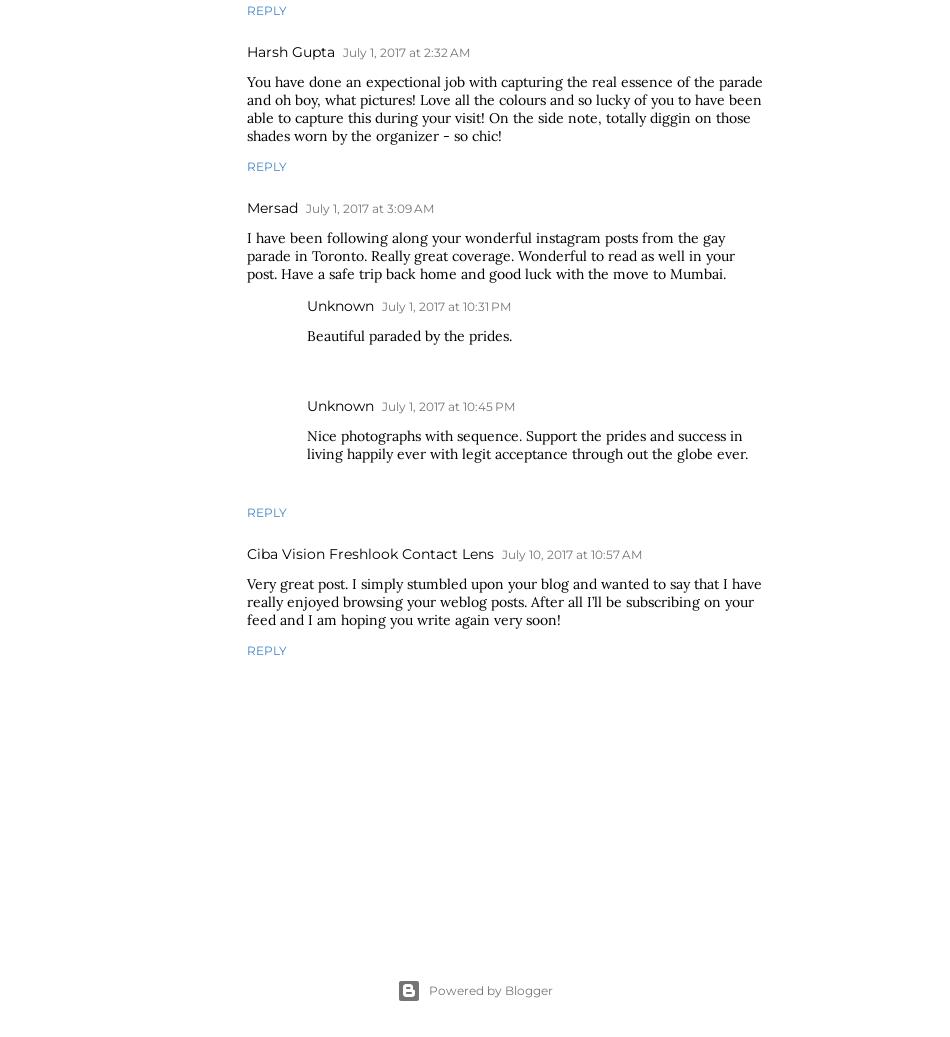  Describe the element at coordinates (490, 990) in the screenshot. I see `'Powered by Blogger'` at that location.